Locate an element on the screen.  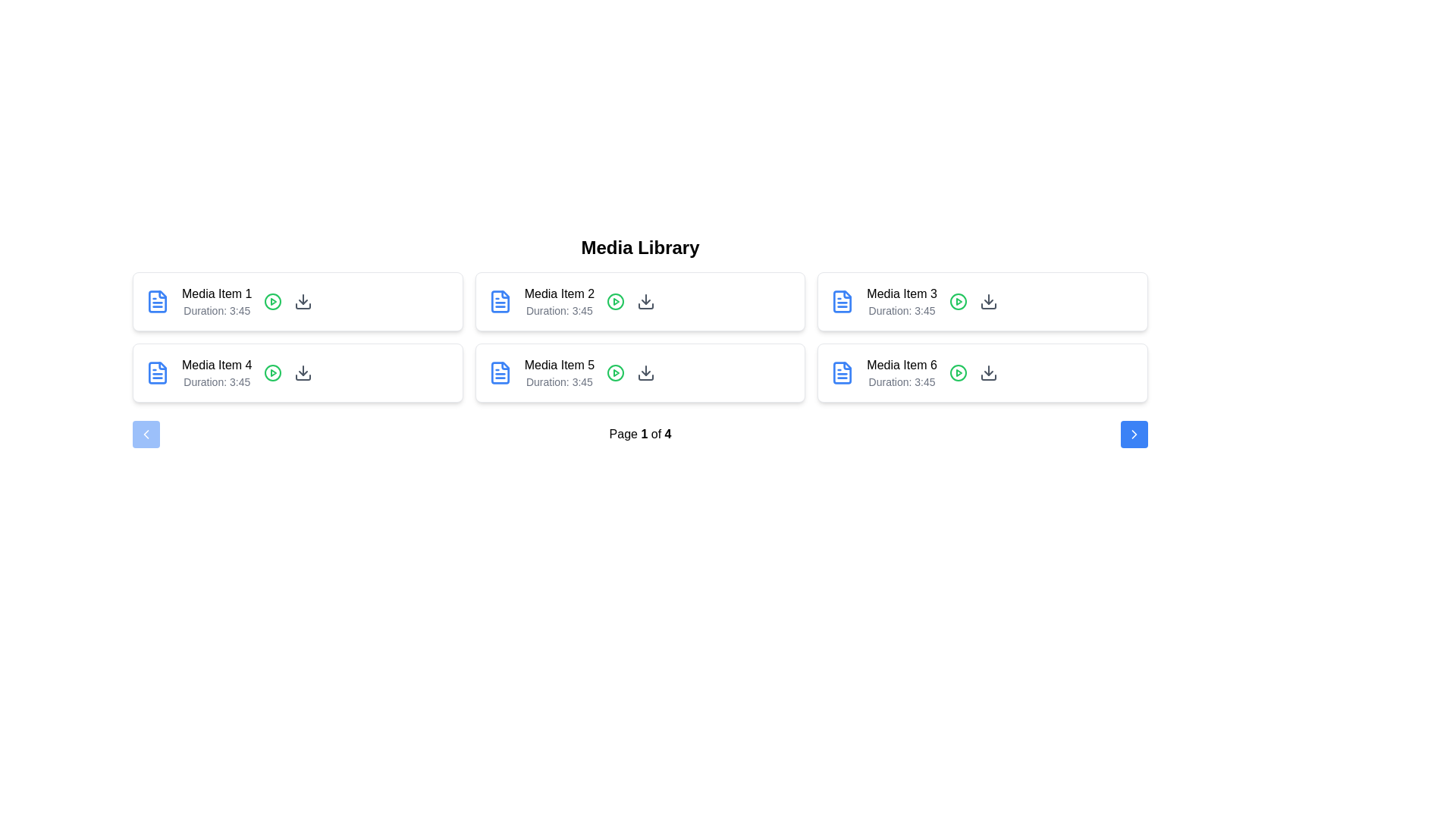
the bold number '1' which is part of the page indicator showing 'Page 1 of 4' is located at coordinates (644, 434).